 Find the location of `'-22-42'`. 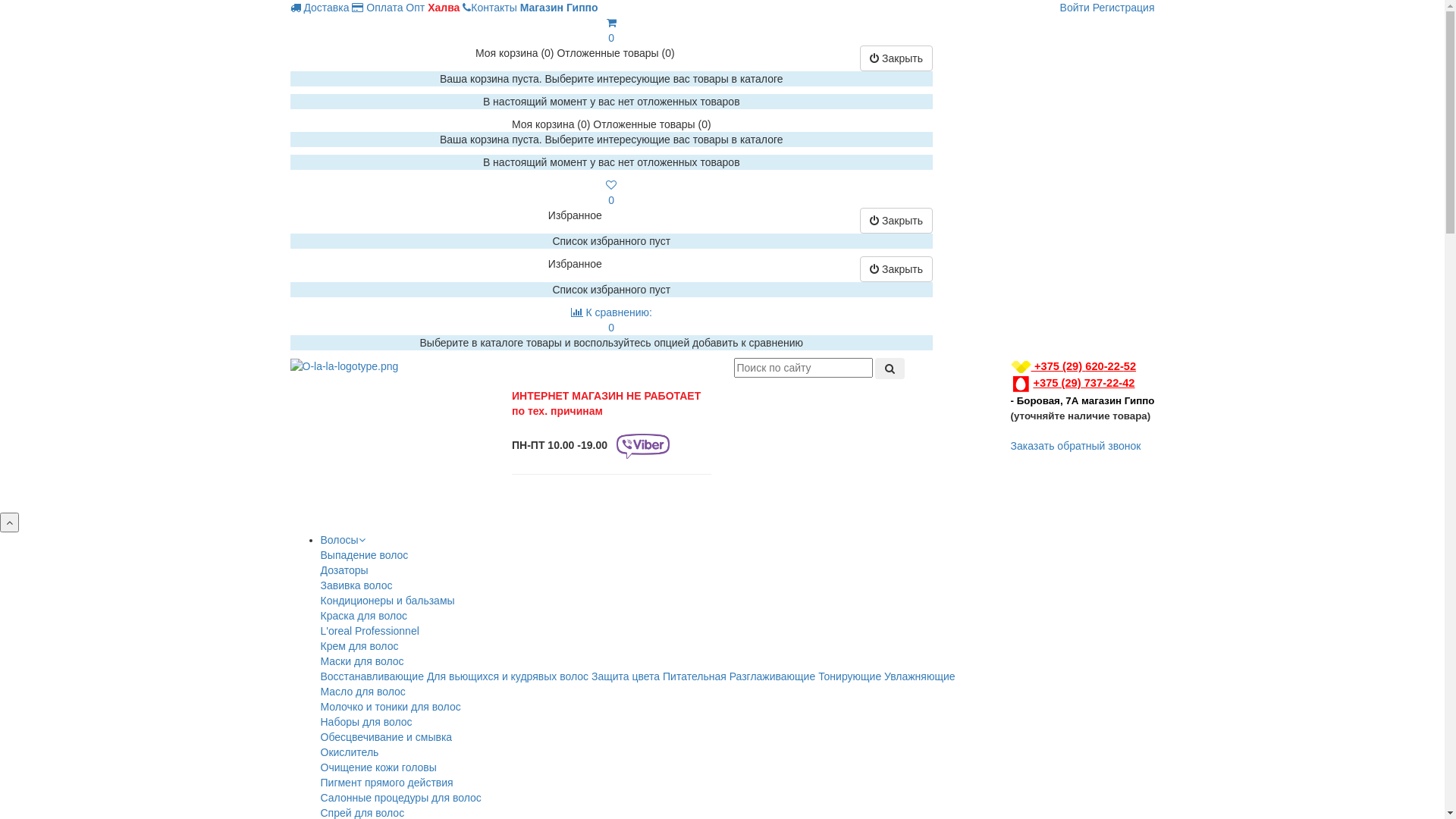

'-22-42' is located at coordinates (1118, 382).